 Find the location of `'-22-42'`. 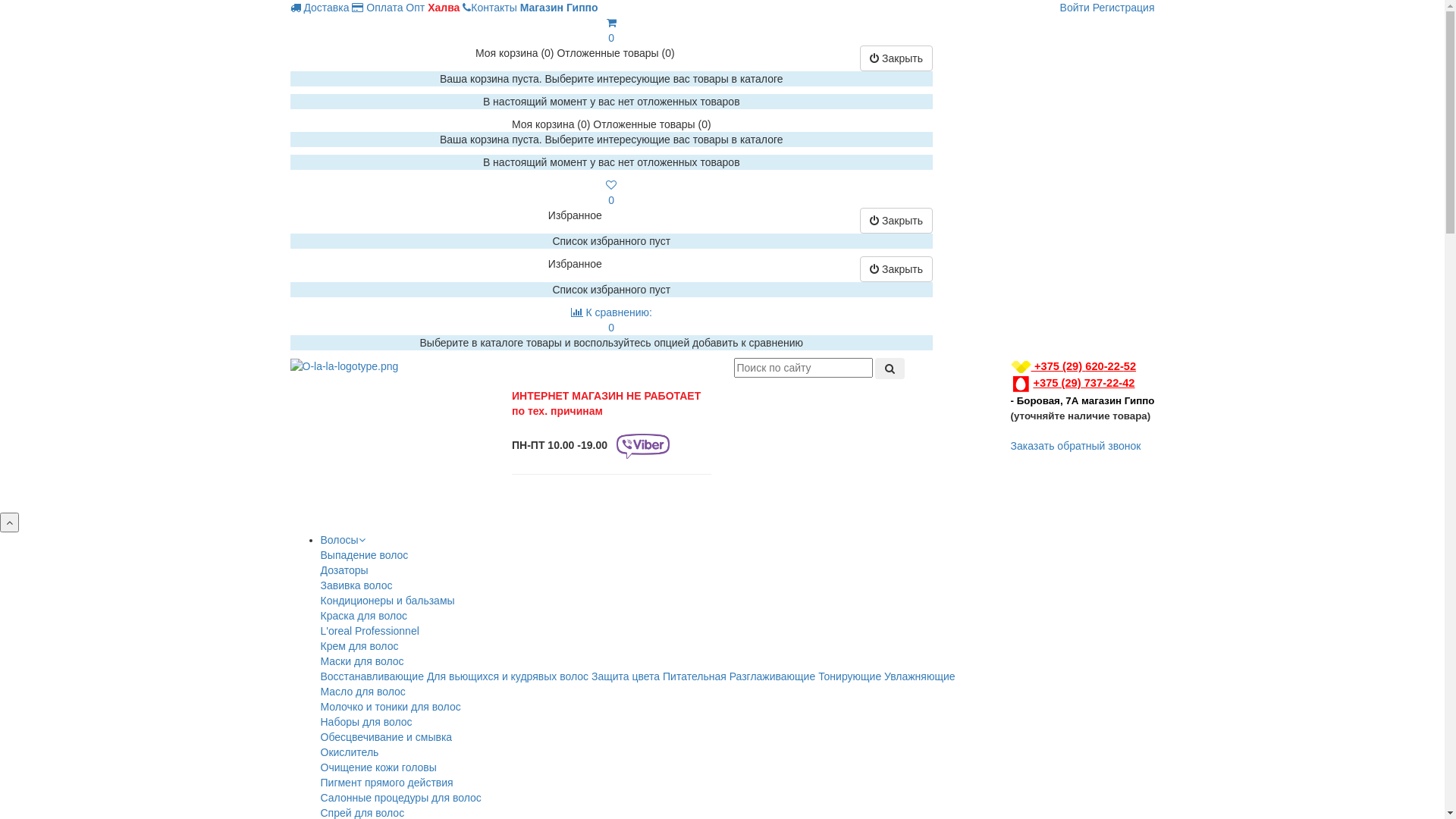

'-22-42' is located at coordinates (1118, 382).